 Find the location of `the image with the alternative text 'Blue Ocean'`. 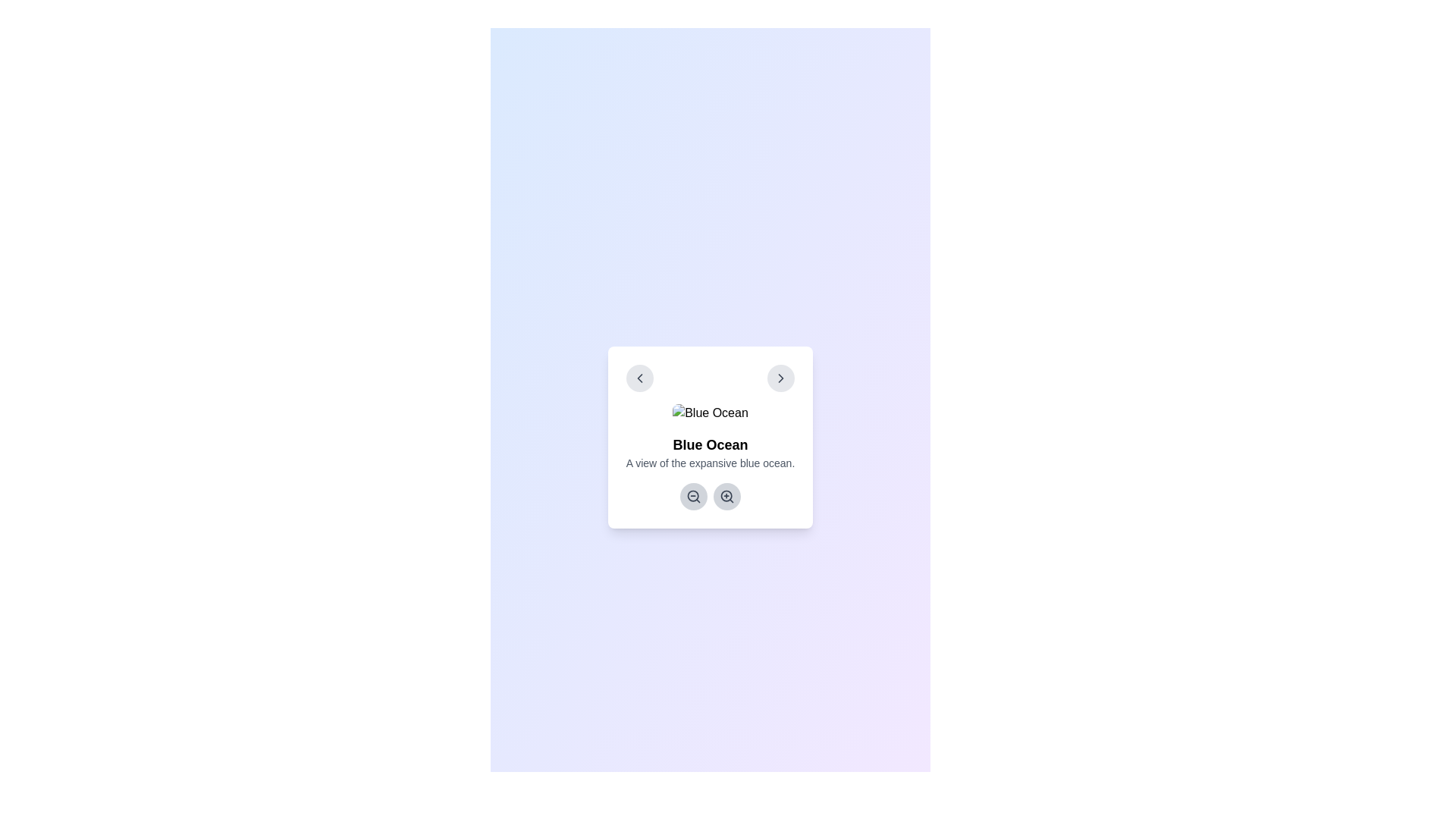

the image with the alternative text 'Blue Ocean' is located at coordinates (709, 413).